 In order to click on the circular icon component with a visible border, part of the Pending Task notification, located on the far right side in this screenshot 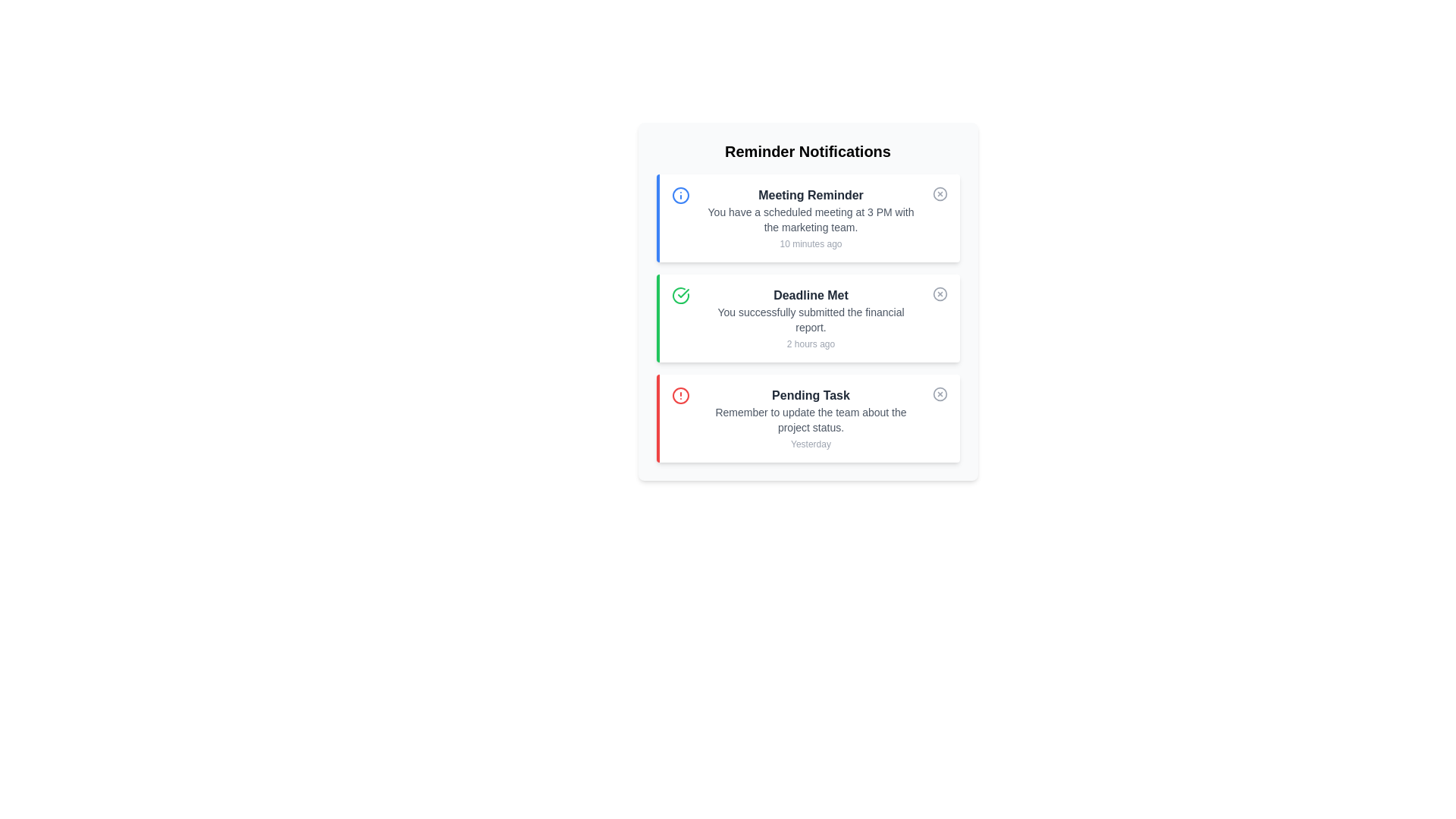, I will do `click(939, 394)`.